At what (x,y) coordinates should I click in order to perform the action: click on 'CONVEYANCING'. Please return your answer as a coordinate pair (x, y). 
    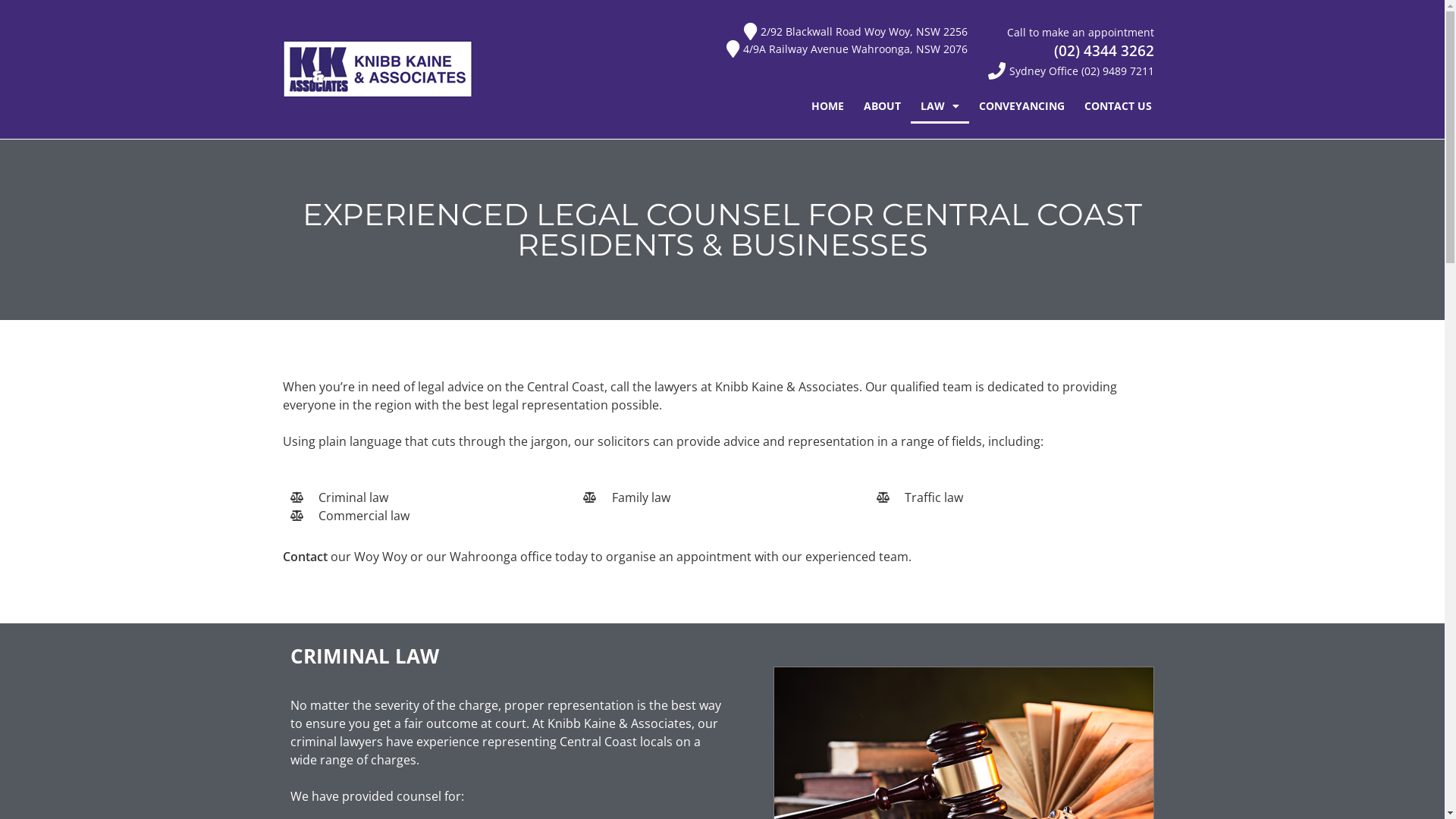
    Looking at the image, I should click on (1021, 105).